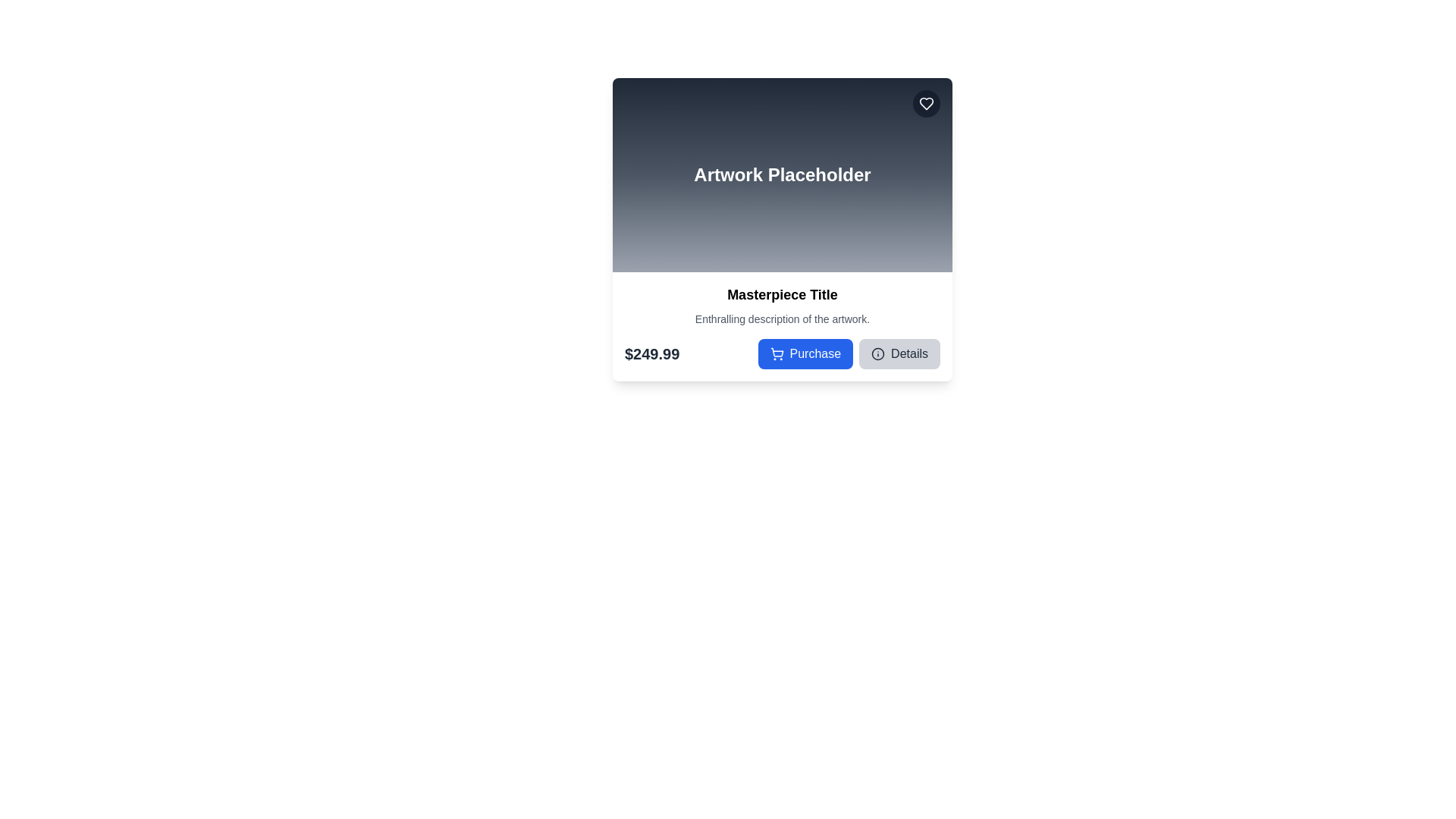 This screenshot has height=819, width=1456. Describe the element at coordinates (805, 353) in the screenshot. I see `the blue 'Purchase' button with rounded corners located in the middle of the page to initiate the purchase` at that location.